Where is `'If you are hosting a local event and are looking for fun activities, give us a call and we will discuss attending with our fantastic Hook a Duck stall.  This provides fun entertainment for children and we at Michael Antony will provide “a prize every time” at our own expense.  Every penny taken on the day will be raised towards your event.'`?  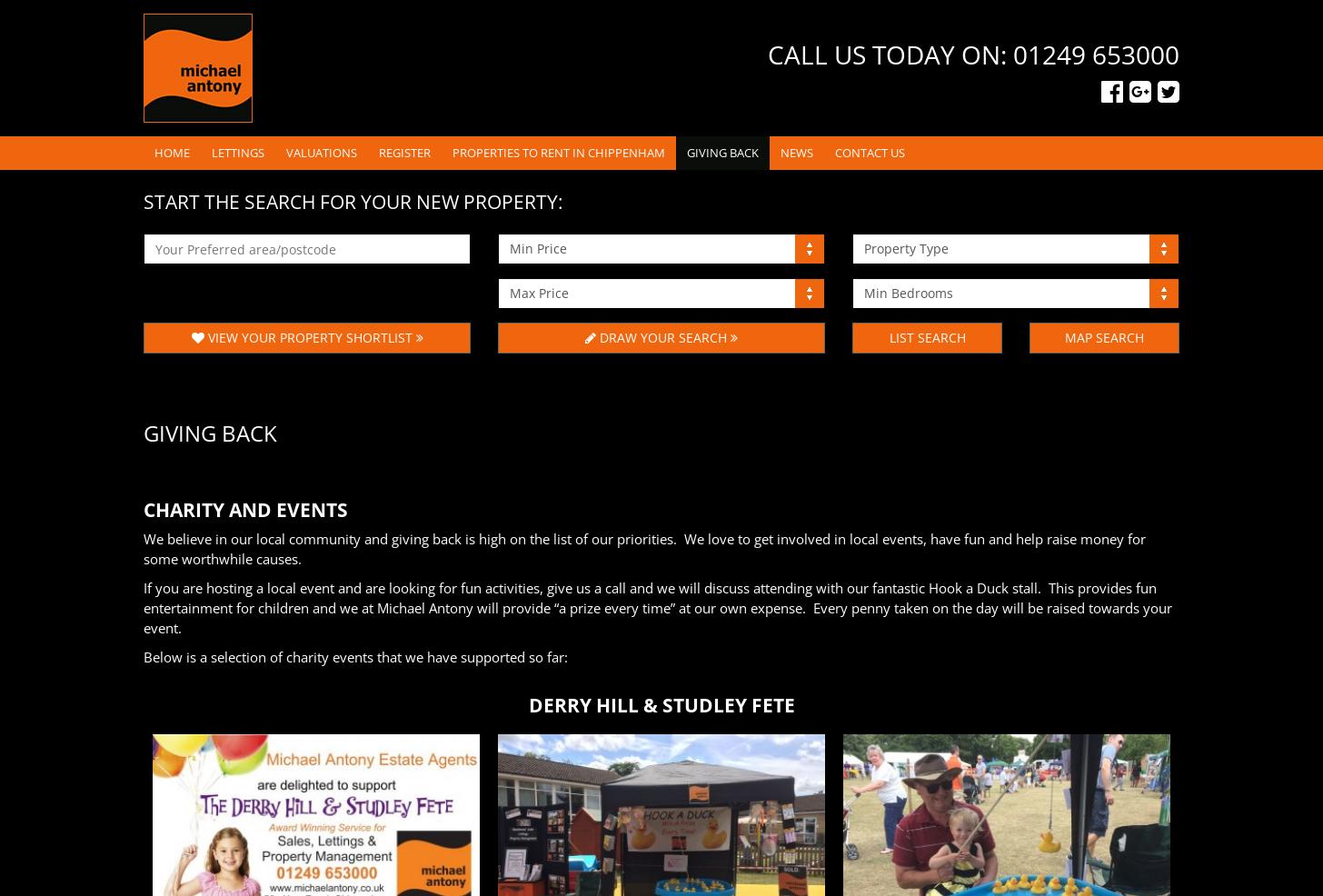
'If you are hosting a local event and are looking for fun activities, give us a call and we will discuss attending with our fantastic Hook a Duck stall.  This provides fun entertainment for children and we at Michael Antony will provide “a prize every time” at our own expense.  Every penny taken on the day will be raised towards your event.' is located at coordinates (658, 607).